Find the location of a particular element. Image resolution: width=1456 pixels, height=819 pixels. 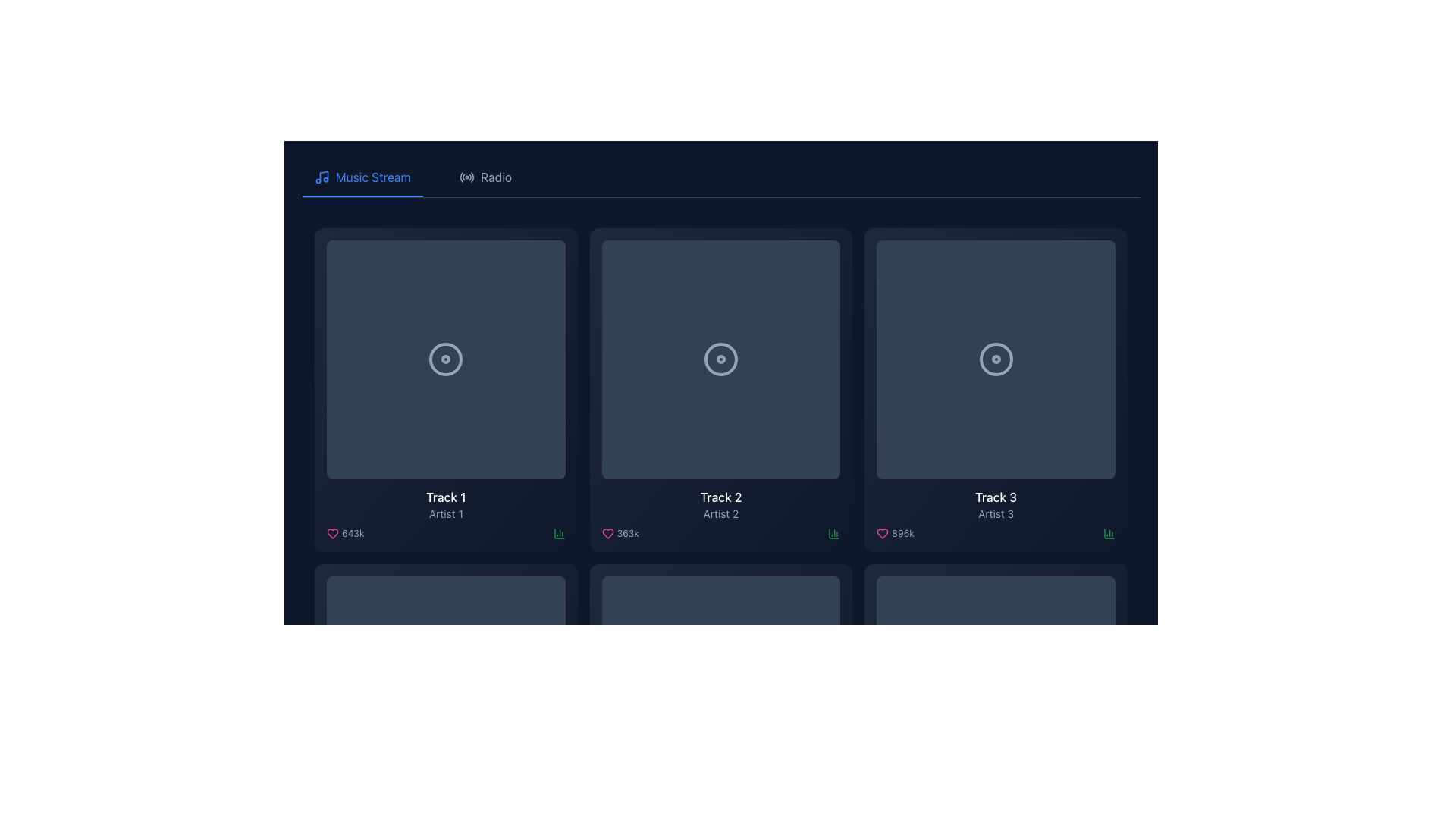

the circular icon representing play functionality or album art within the first card labeled 'Track 1' and 'Artist 1' is located at coordinates (445, 359).